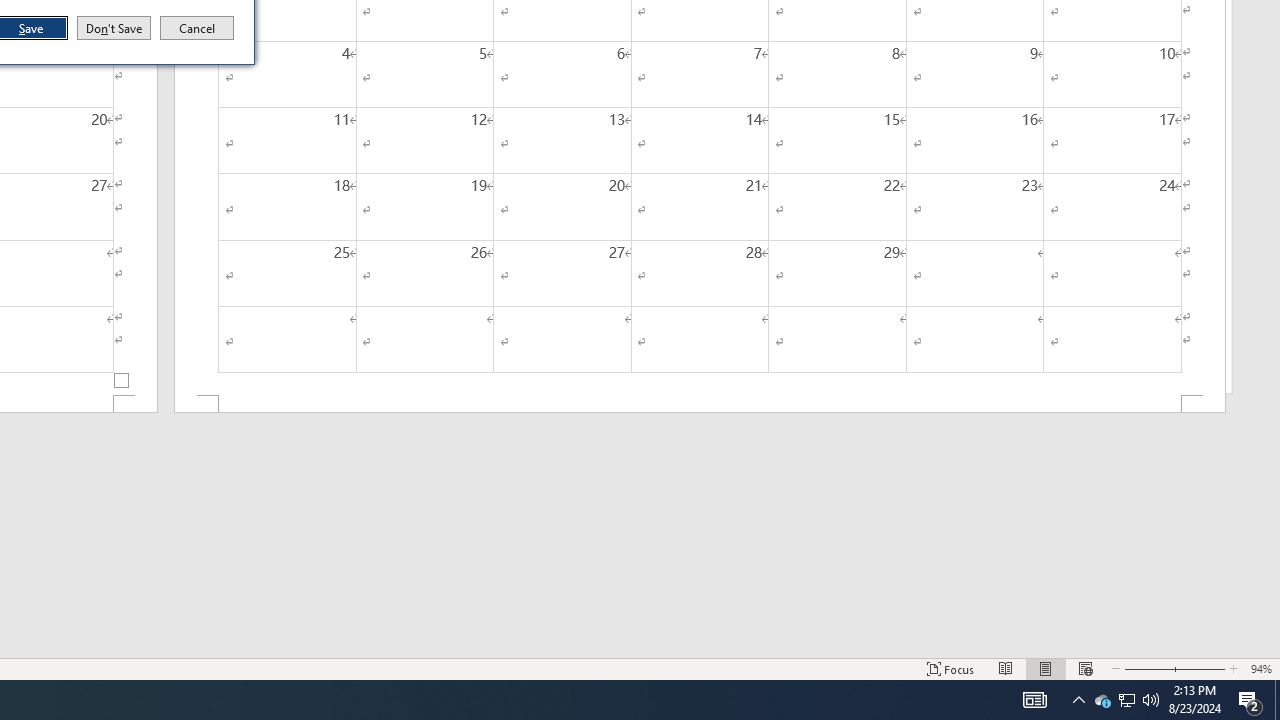 This screenshot has width=1280, height=720. I want to click on 'Footer -Section 2-', so click(700, 404).